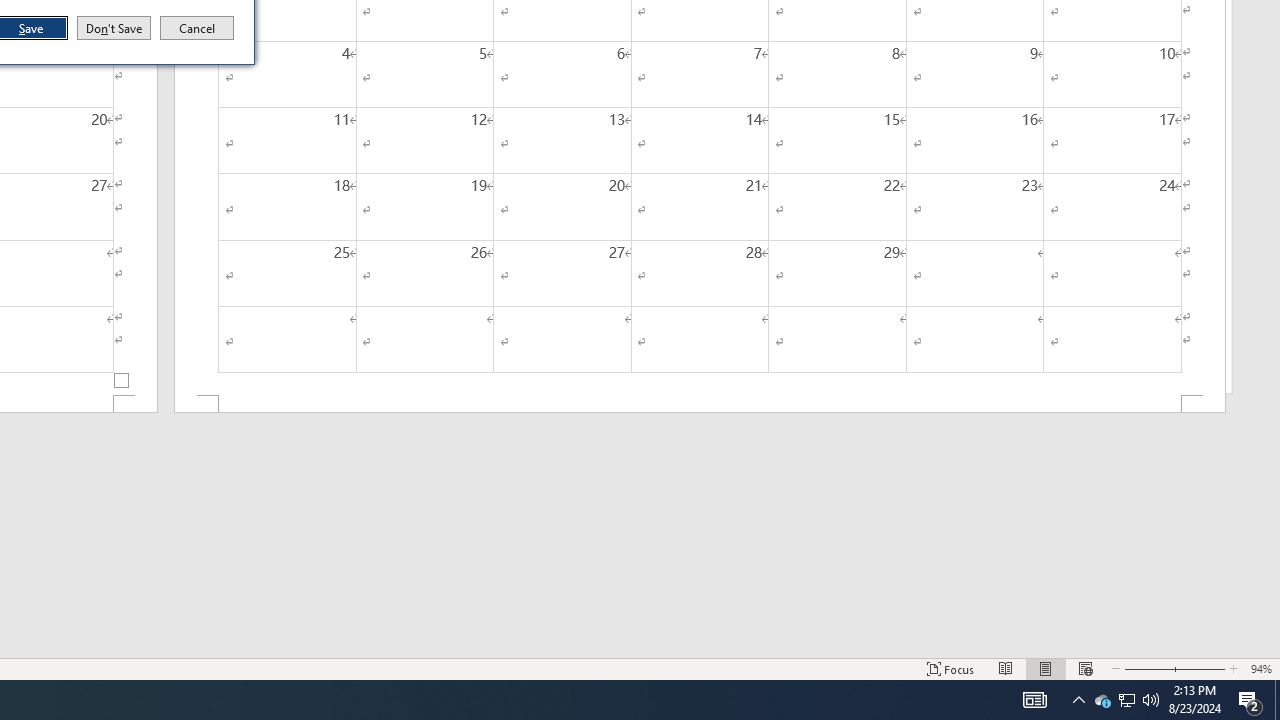 This screenshot has width=1280, height=720. I want to click on 'Footer -Section 2-', so click(700, 404).